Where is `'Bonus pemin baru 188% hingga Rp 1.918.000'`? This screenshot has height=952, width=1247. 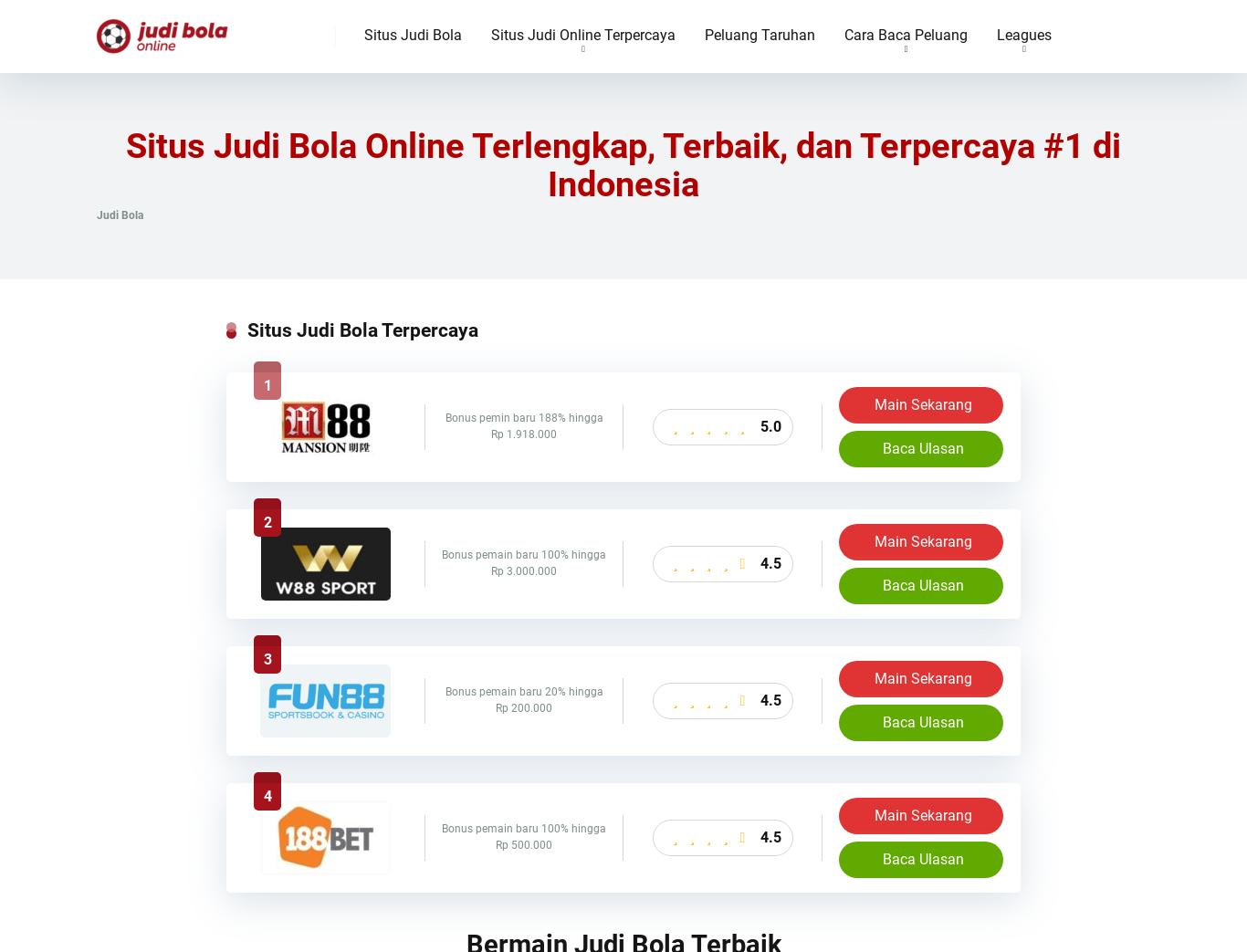 'Bonus pemin baru 188% hingga Rp 1.918.000' is located at coordinates (444, 424).